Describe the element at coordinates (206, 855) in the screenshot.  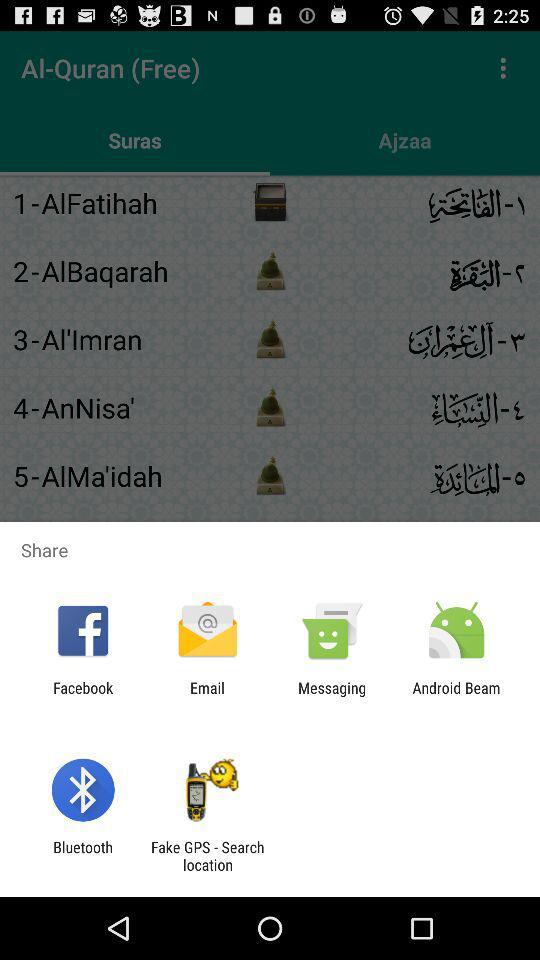
I see `icon to the right of bluetooth icon` at that location.